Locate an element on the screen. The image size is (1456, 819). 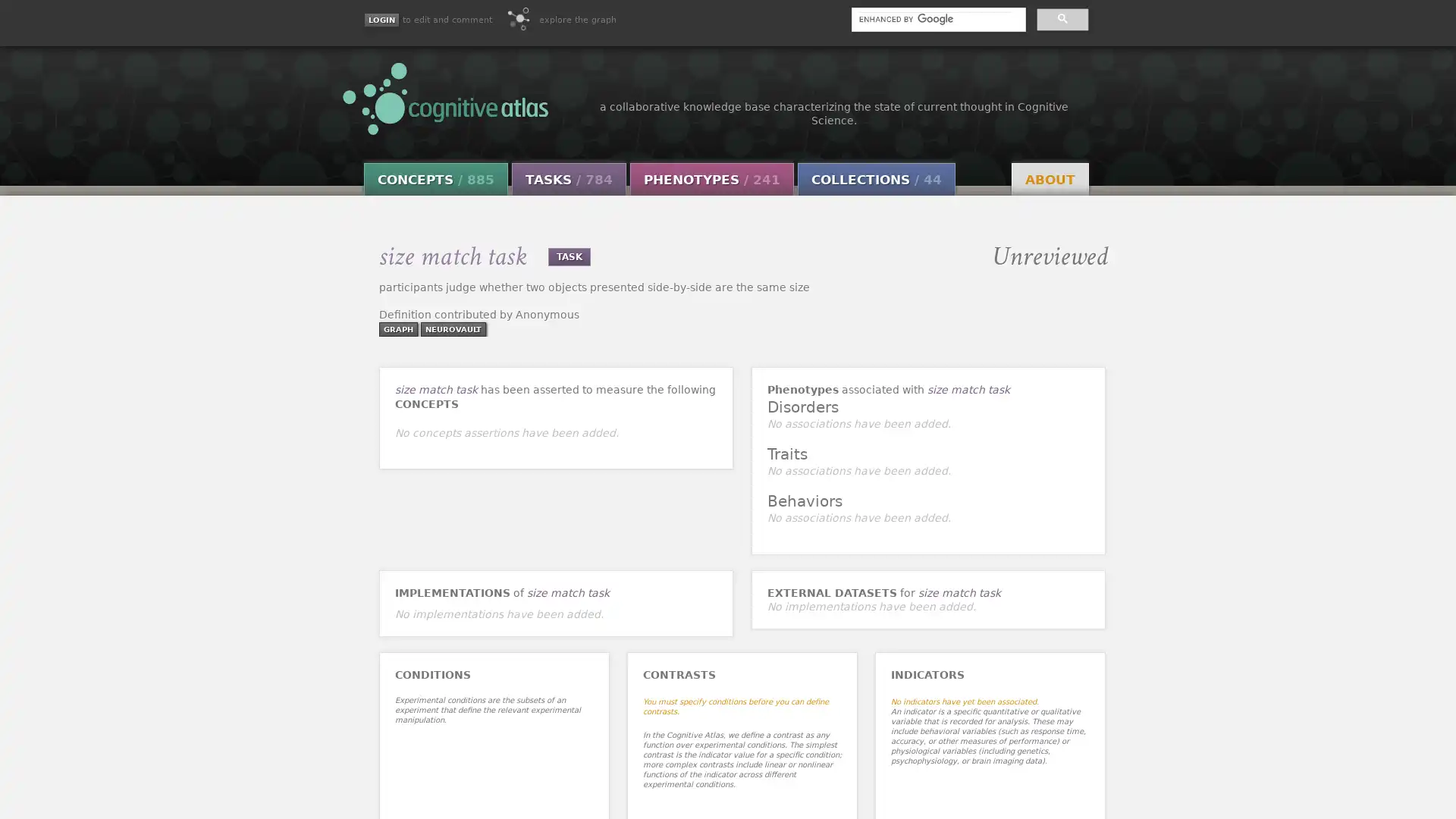
Login is located at coordinates (381, 20).